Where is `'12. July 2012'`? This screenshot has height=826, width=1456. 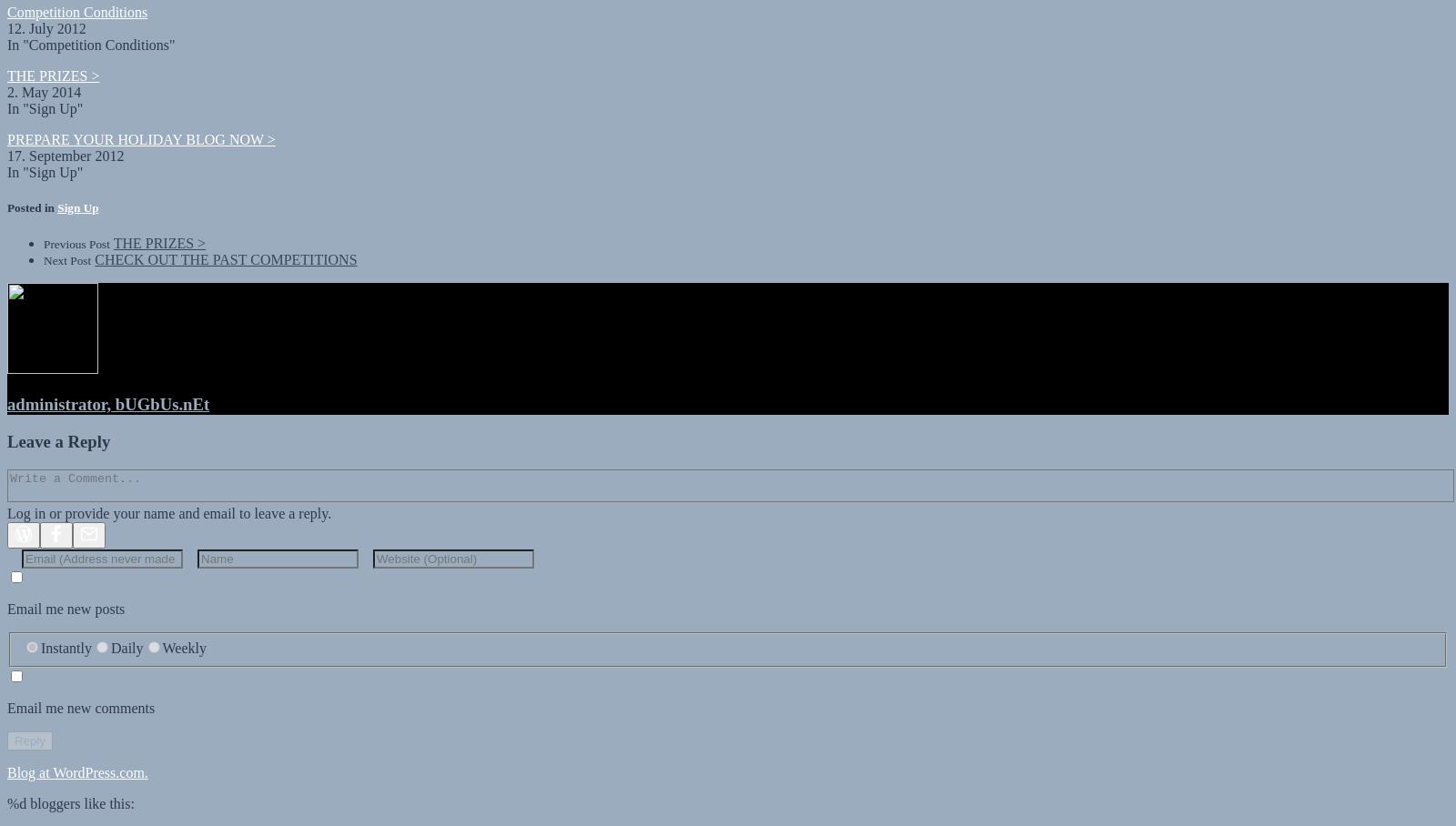 '12. July 2012' is located at coordinates (6, 11).